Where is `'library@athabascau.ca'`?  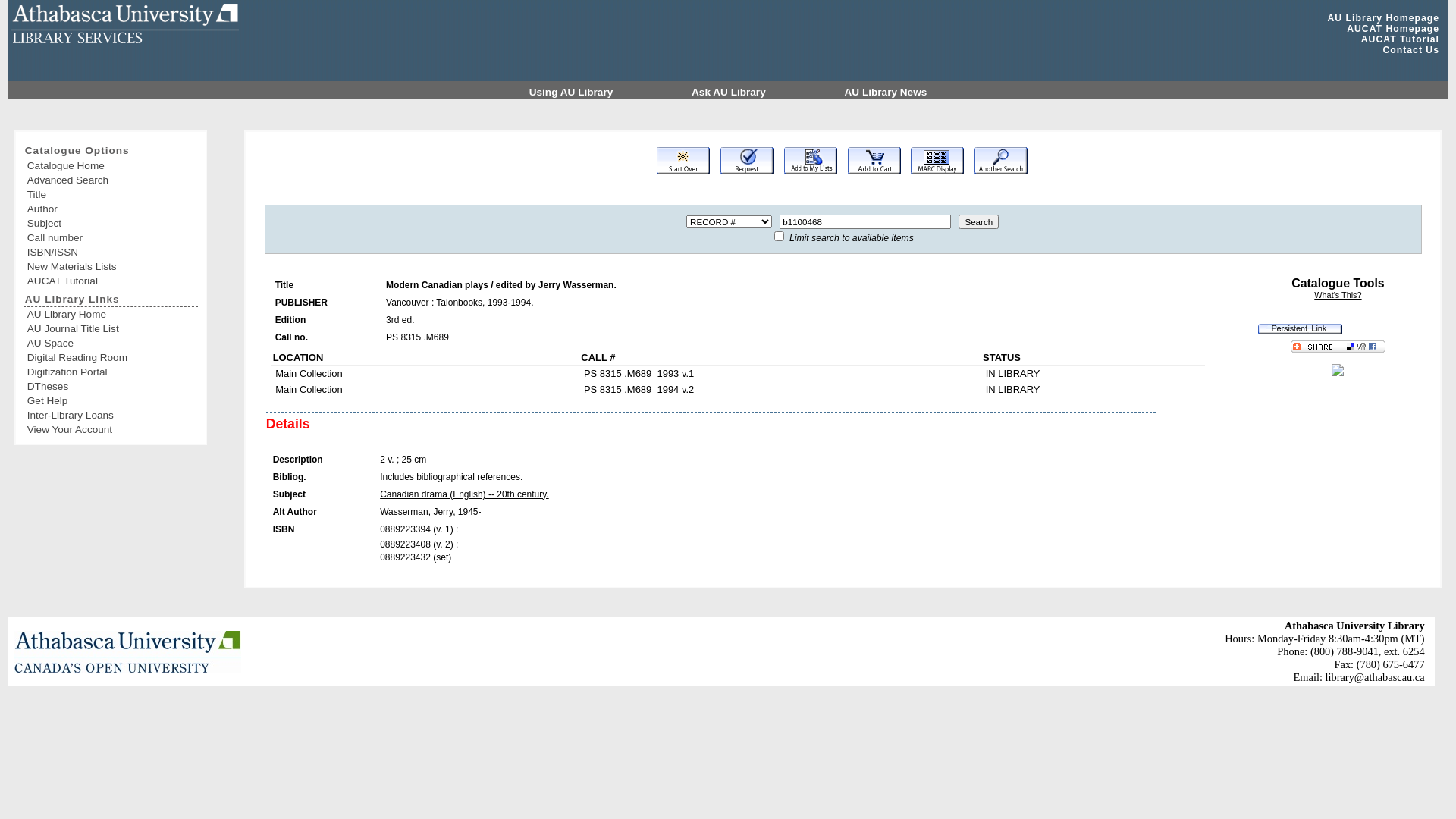
'library@athabascau.ca' is located at coordinates (1324, 676).